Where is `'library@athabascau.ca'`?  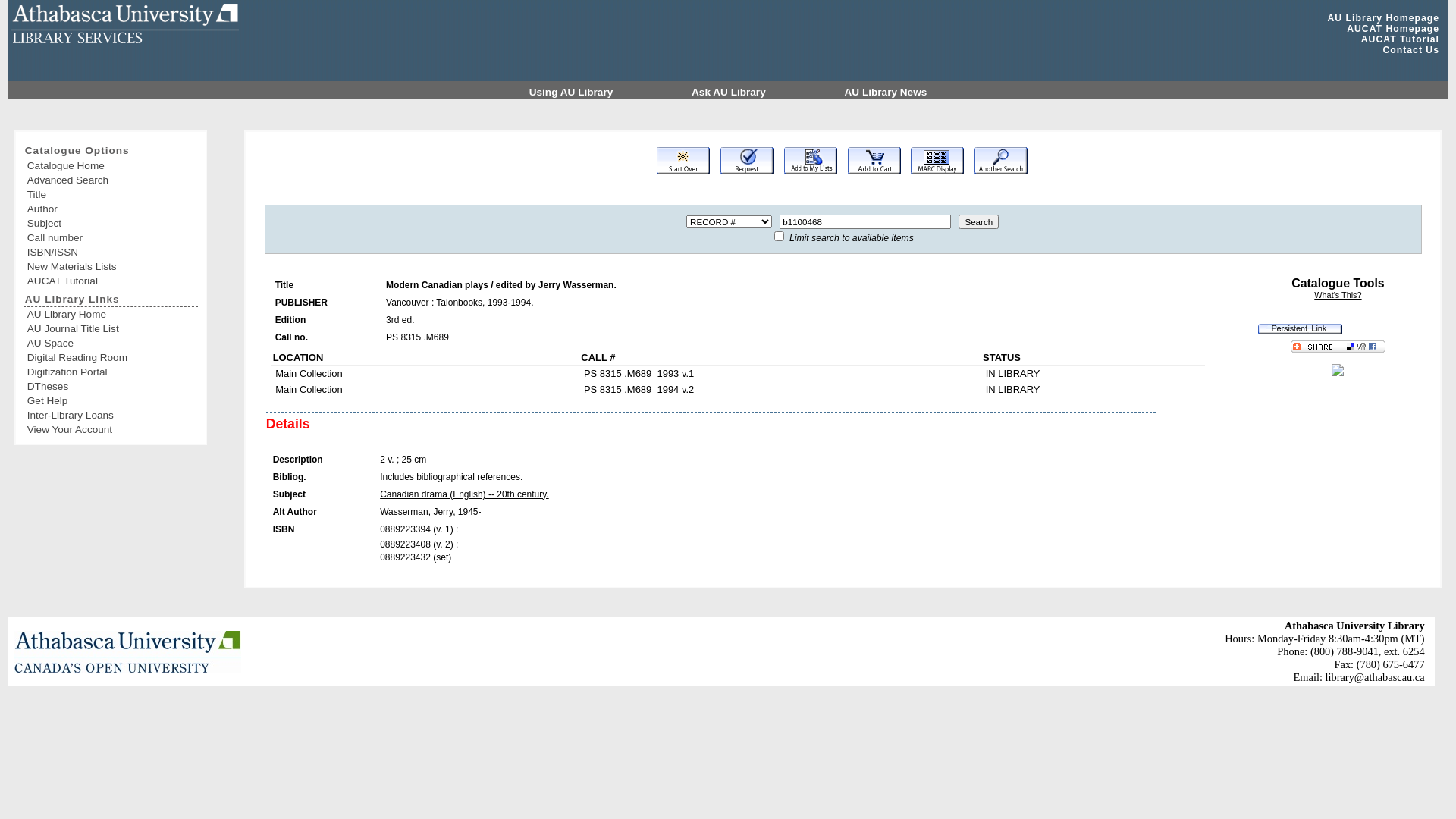
'library@athabascau.ca' is located at coordinates (1324, 676).